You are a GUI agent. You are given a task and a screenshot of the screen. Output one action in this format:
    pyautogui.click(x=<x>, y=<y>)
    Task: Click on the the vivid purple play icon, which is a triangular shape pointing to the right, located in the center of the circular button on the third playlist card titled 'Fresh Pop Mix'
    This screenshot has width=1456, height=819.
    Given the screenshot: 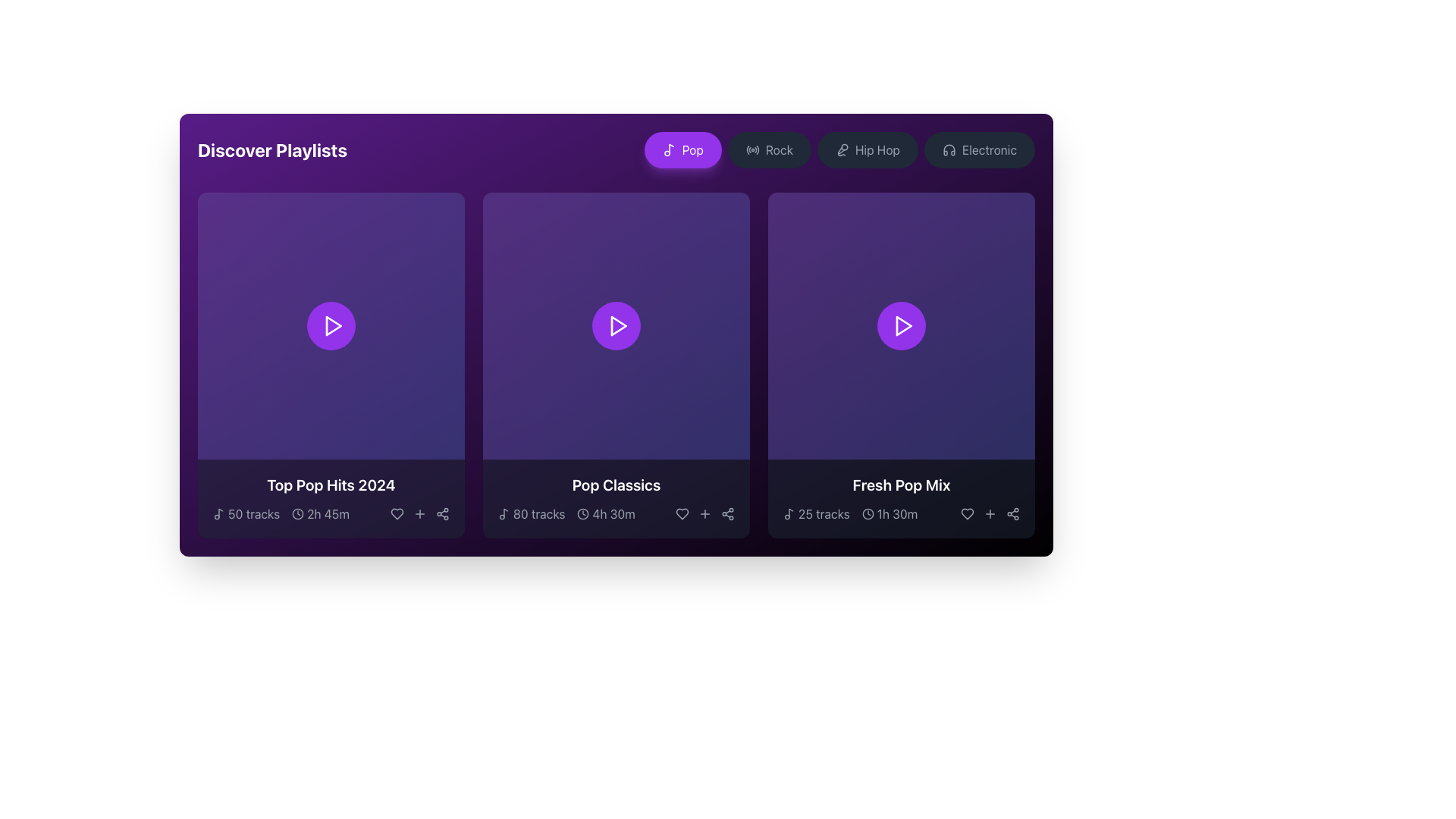 What is the action you would take?
    pyautogui.click(x=902, y=325)
    